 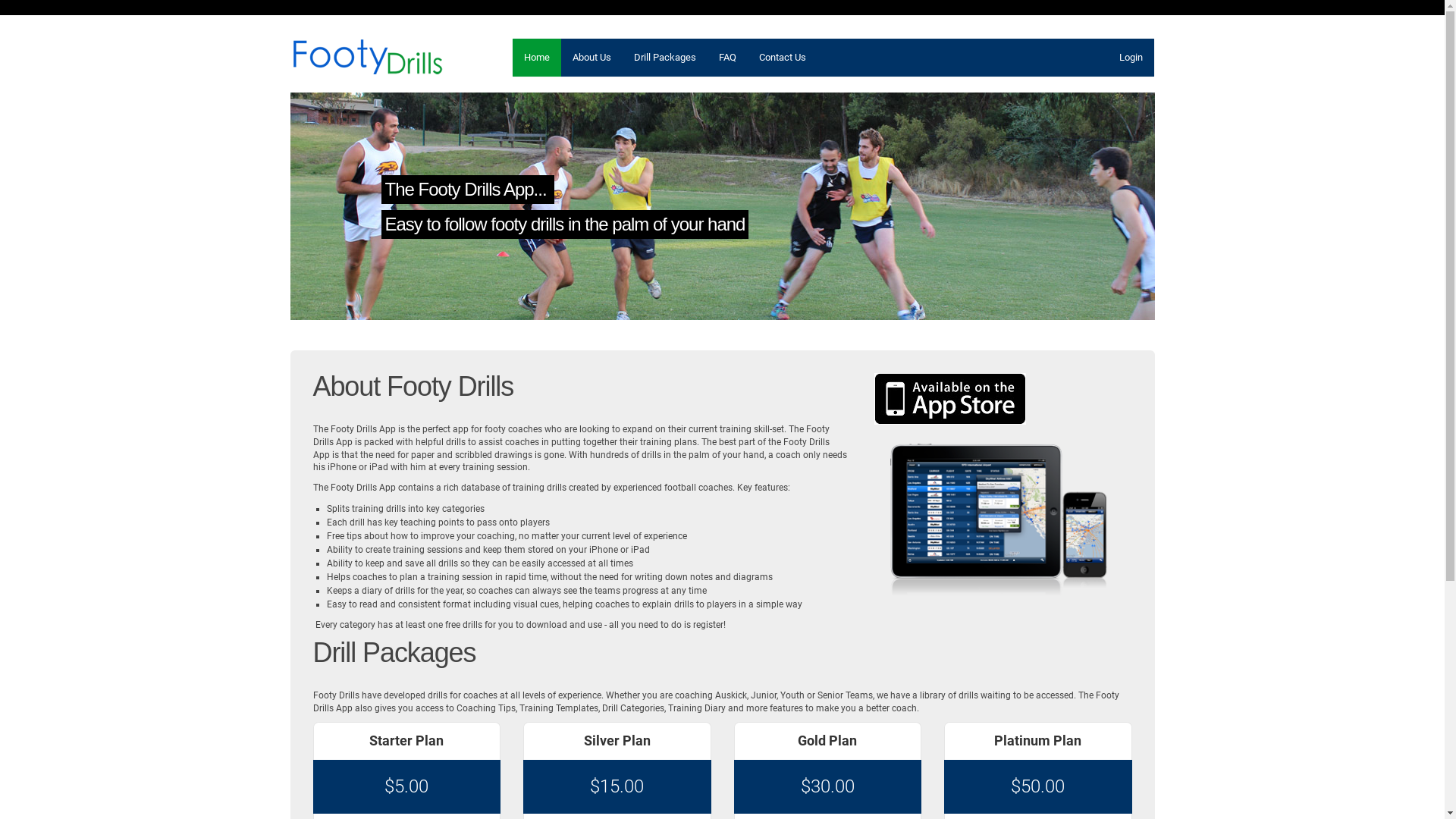 I want to click on 'Login', so click(x=1130, y=57).